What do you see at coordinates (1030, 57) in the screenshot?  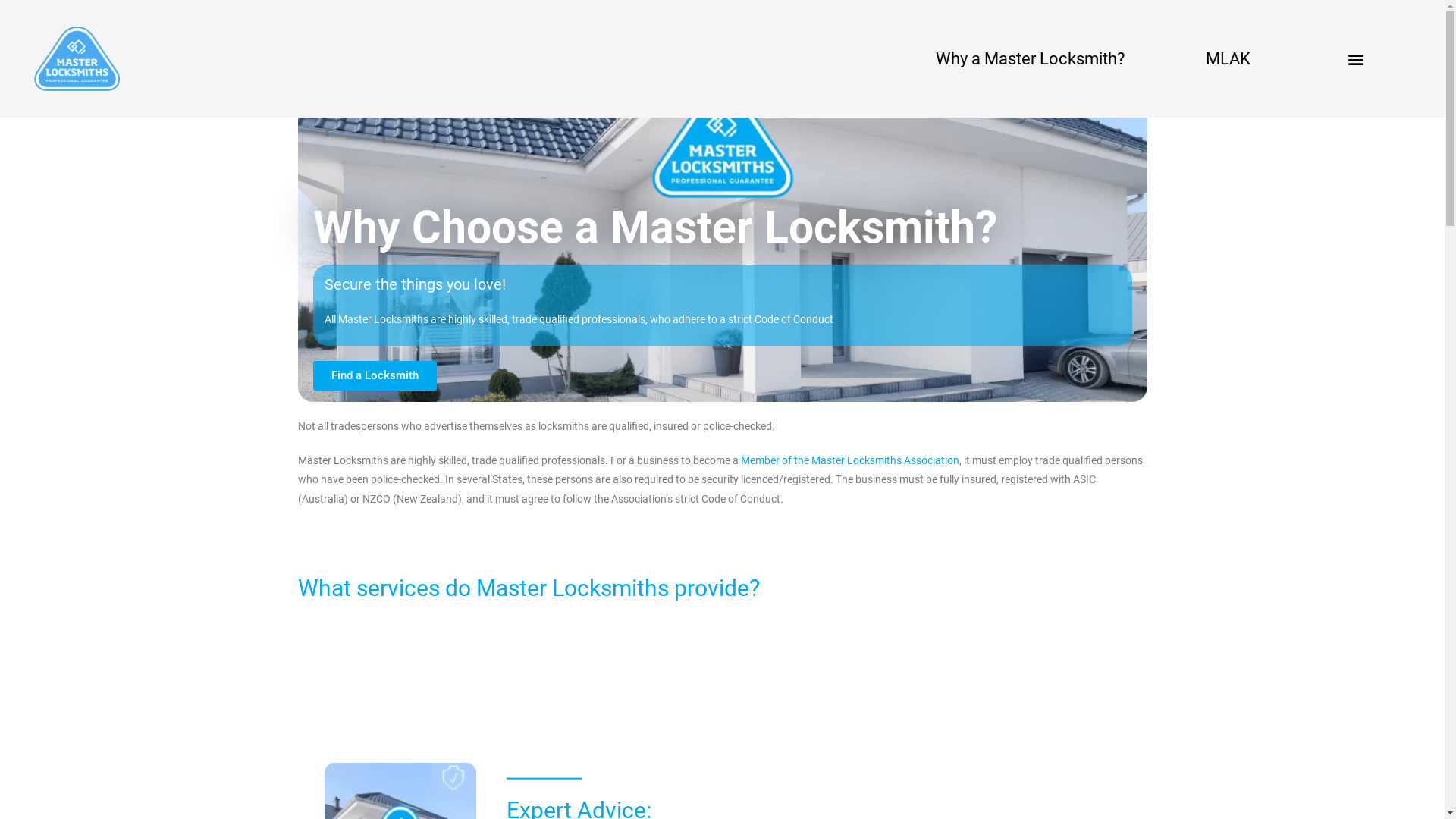 I see `'Why a Master Locksmith?'` at bounding box center [1030, 57].